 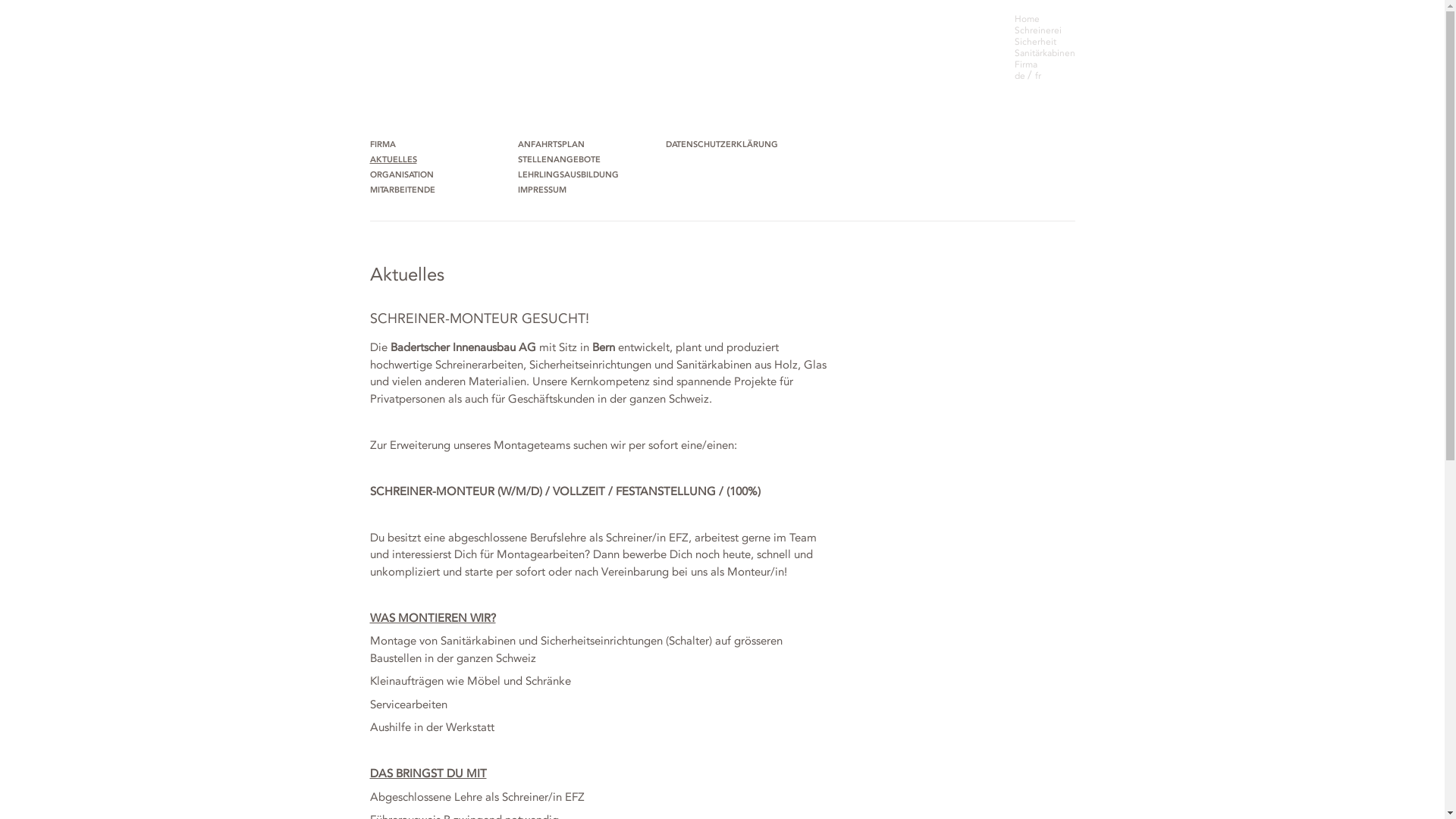 What do you see at coordinates (1015, 30) in the screenshot?
I see `'Schreinerei'` at bounding box center [1015, 30].